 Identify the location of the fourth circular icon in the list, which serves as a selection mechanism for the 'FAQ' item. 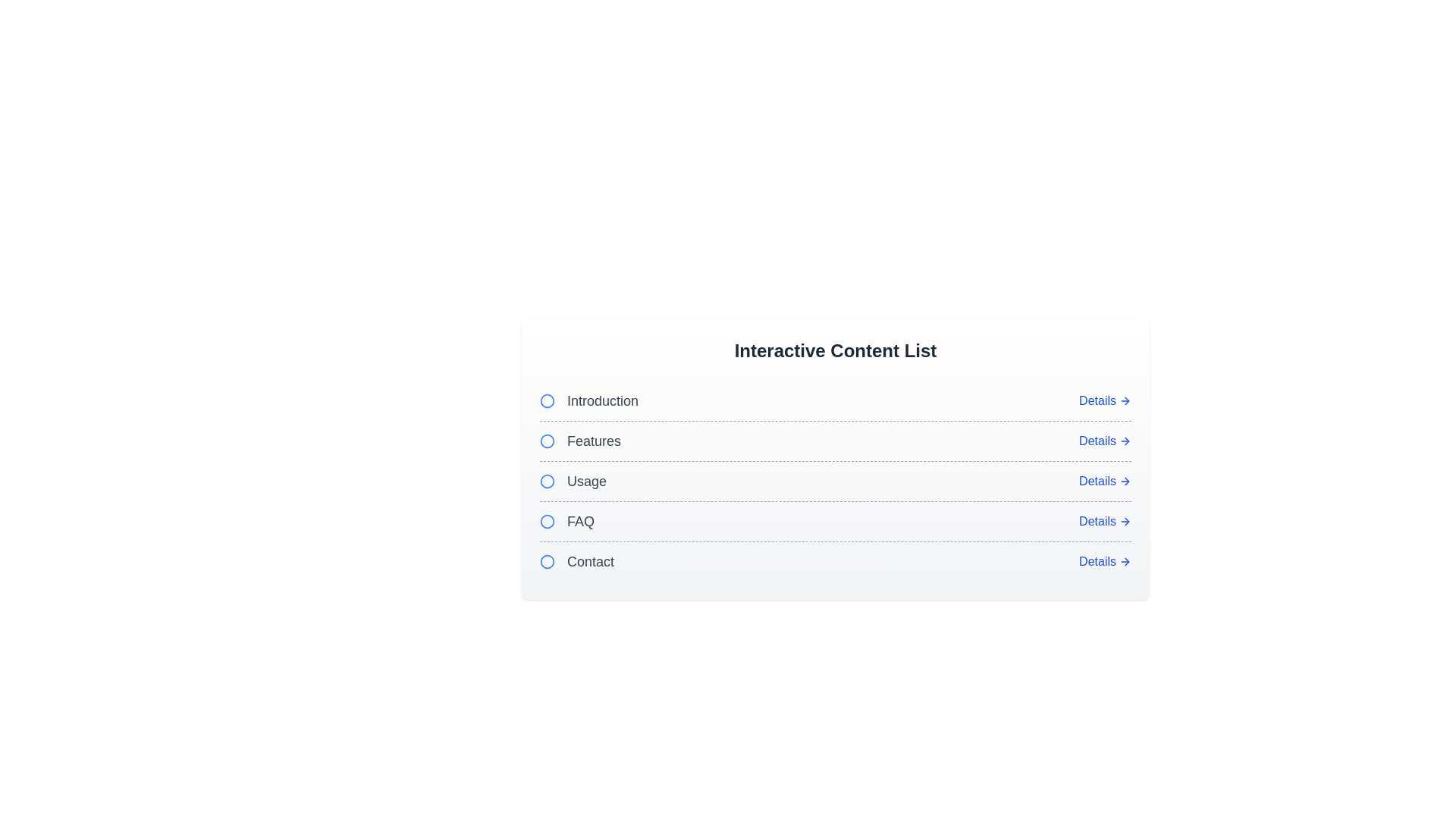
(546, 520).